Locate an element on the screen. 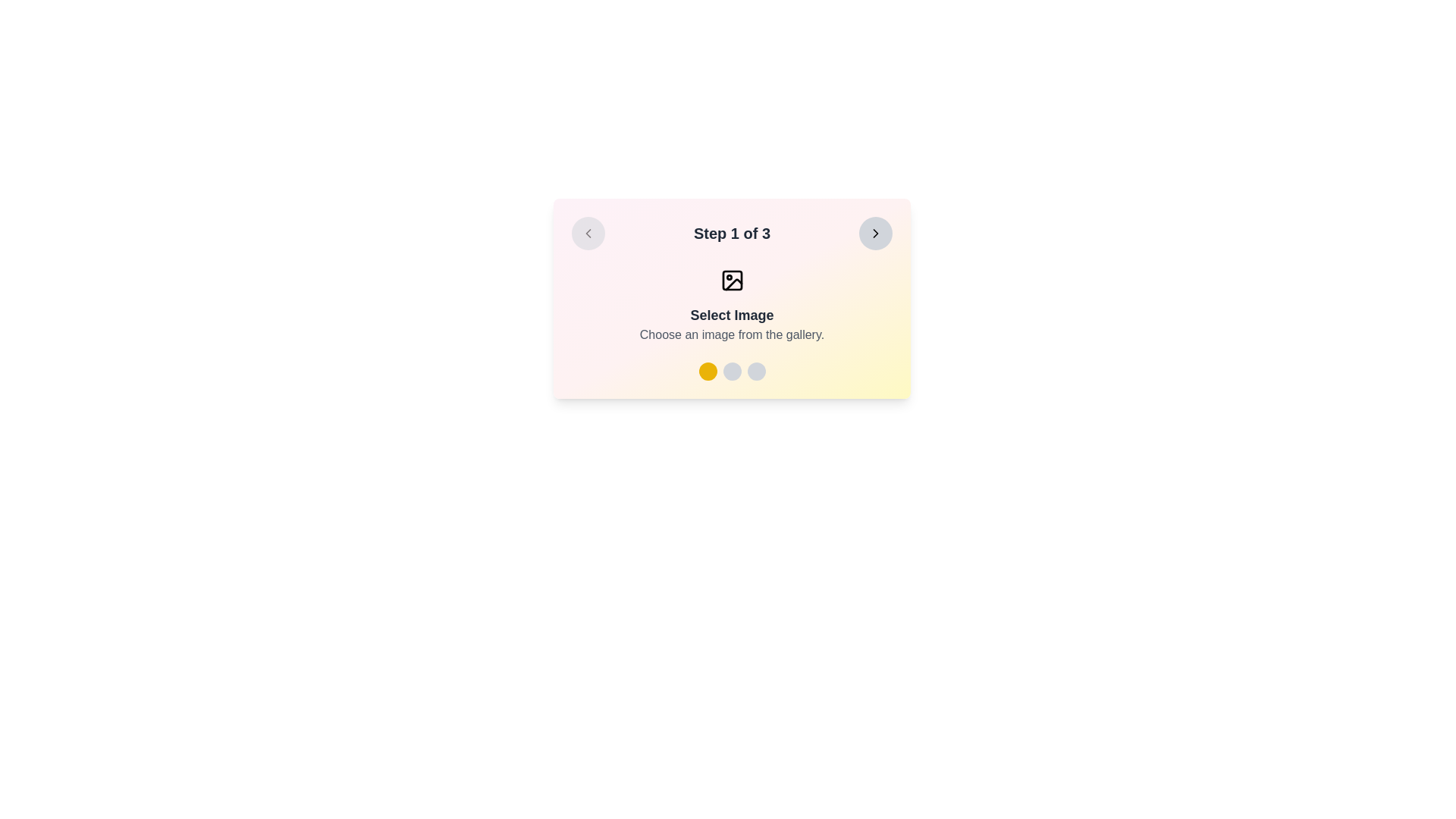 This screenshot has width=1456, height=819. the chevron icon located within the rounded button on the left side of the step progression interface is located at coordinates (588, 234).